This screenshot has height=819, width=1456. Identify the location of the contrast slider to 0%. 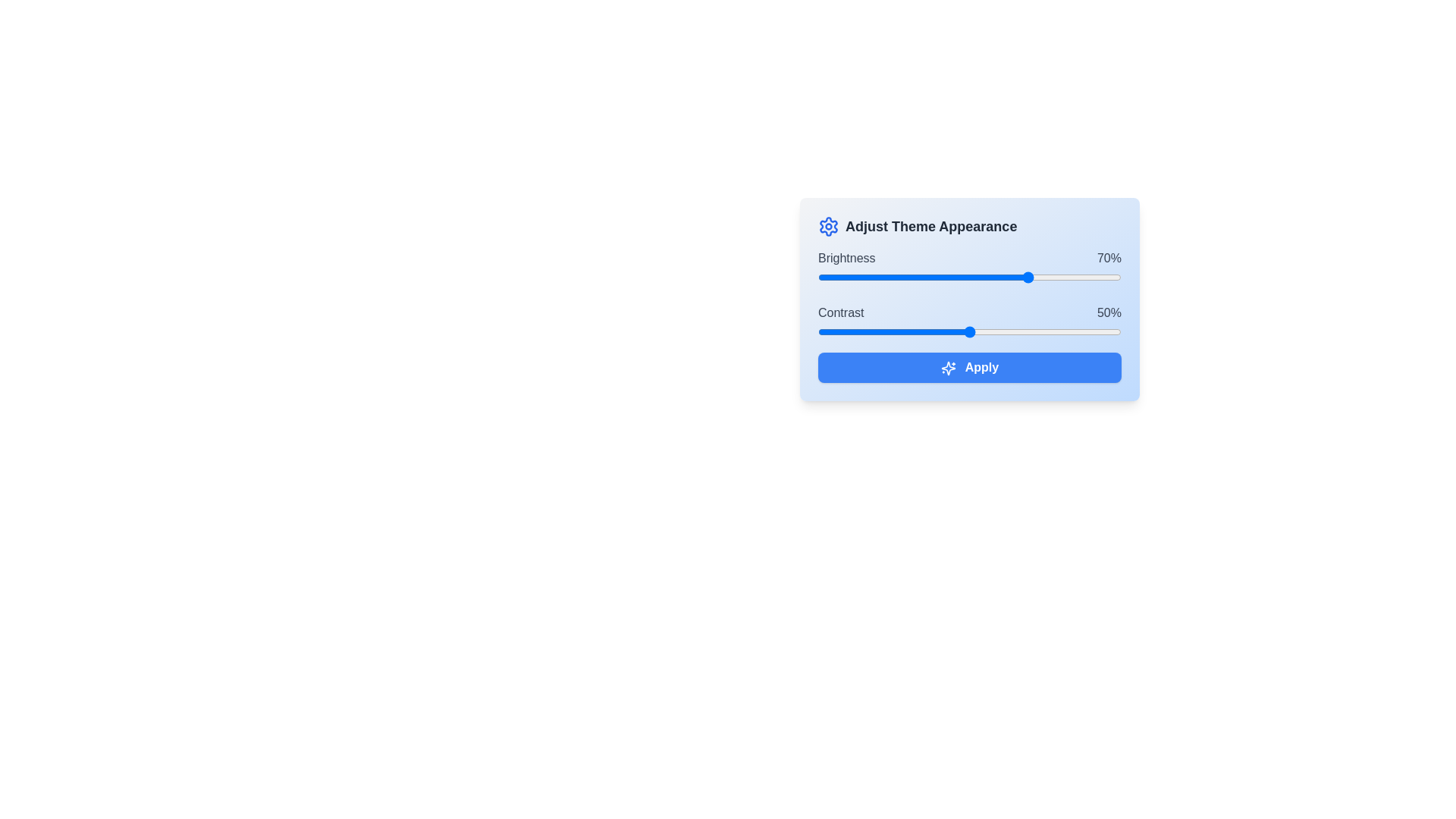
(817, 331).